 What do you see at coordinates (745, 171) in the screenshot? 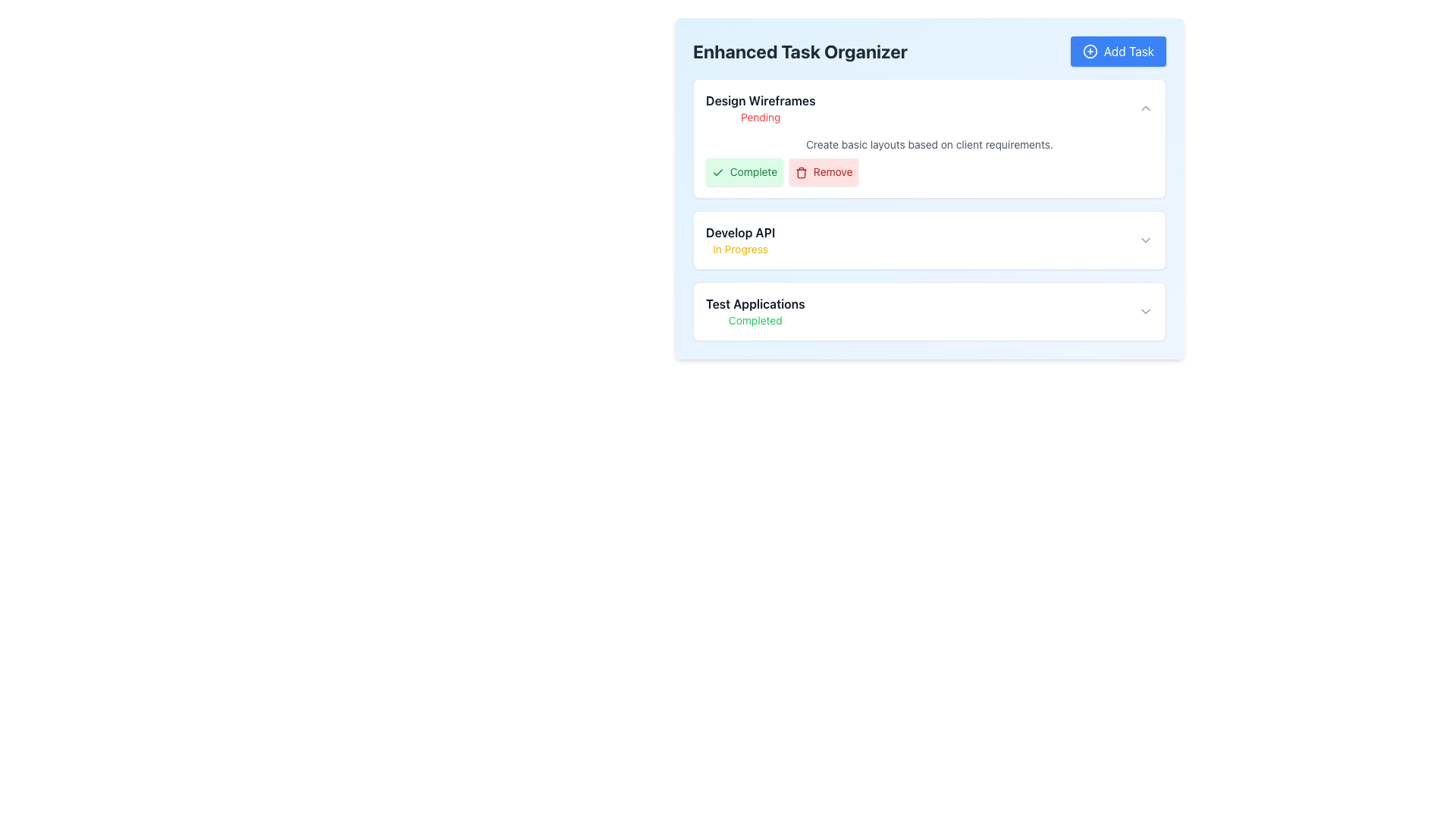
I see `the 'Complete' button with a green background and a check icon, located in the 'Design Wireframes' section of the 'Enhanced Task Organizer'` at bounding box center [745, 171].